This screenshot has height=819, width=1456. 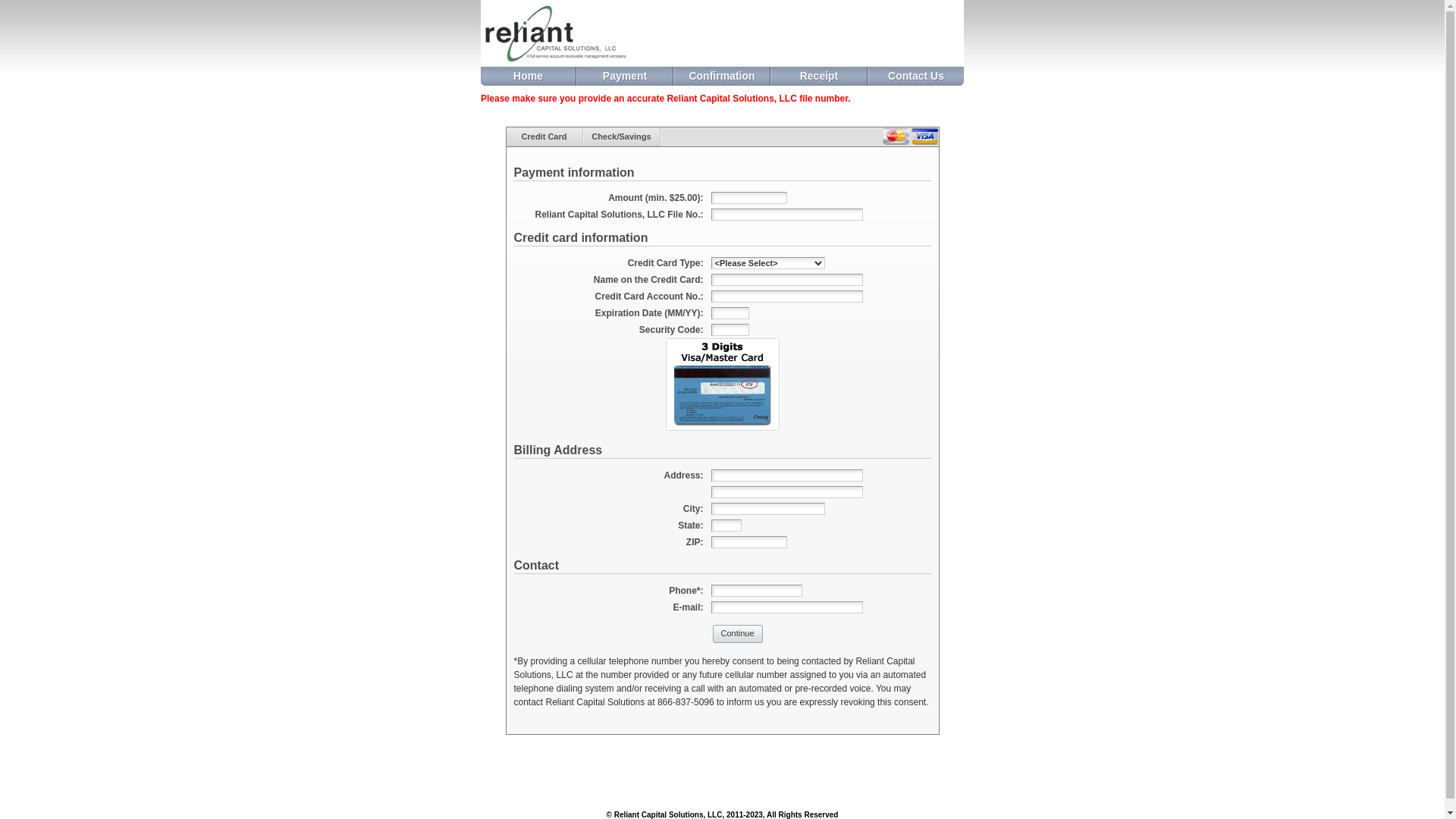 I want to click on 'Contact Us', so click(x=915, y=76).